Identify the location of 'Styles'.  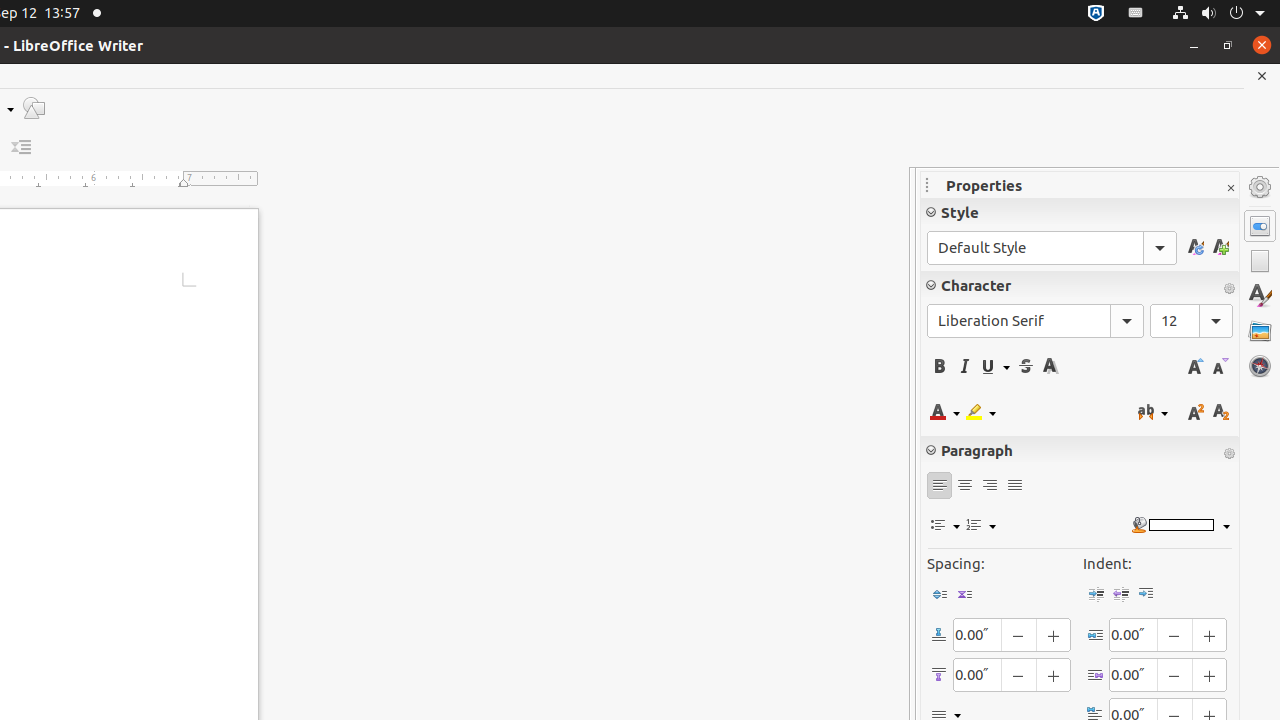
(1259, 295).